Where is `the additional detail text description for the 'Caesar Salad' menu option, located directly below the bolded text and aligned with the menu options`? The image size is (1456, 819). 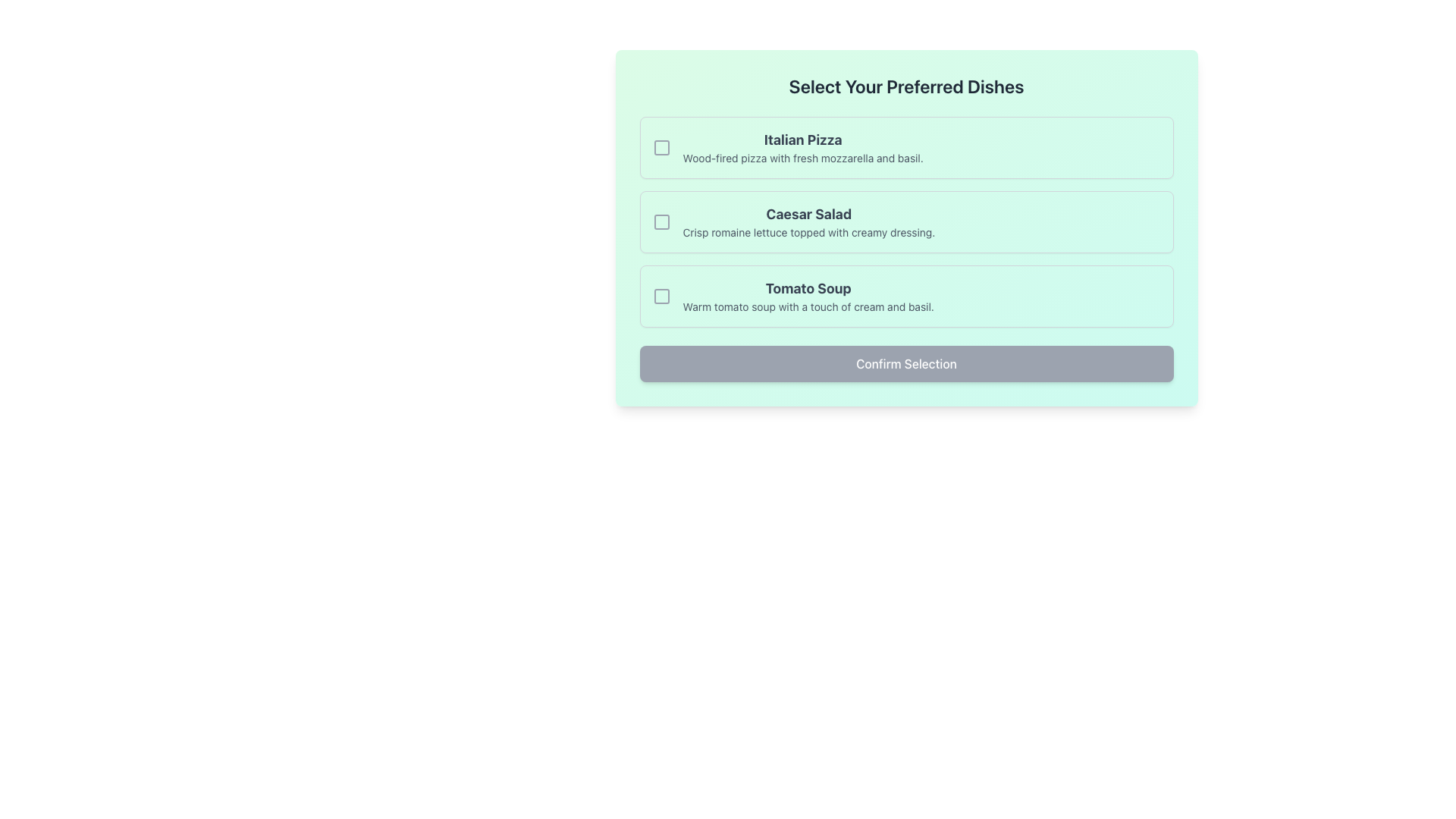 the additional detail text description for the 'Caesar Salad' menu option, located directly below the bolded text and aligned with the menu options is located at coordinates (808, 233).